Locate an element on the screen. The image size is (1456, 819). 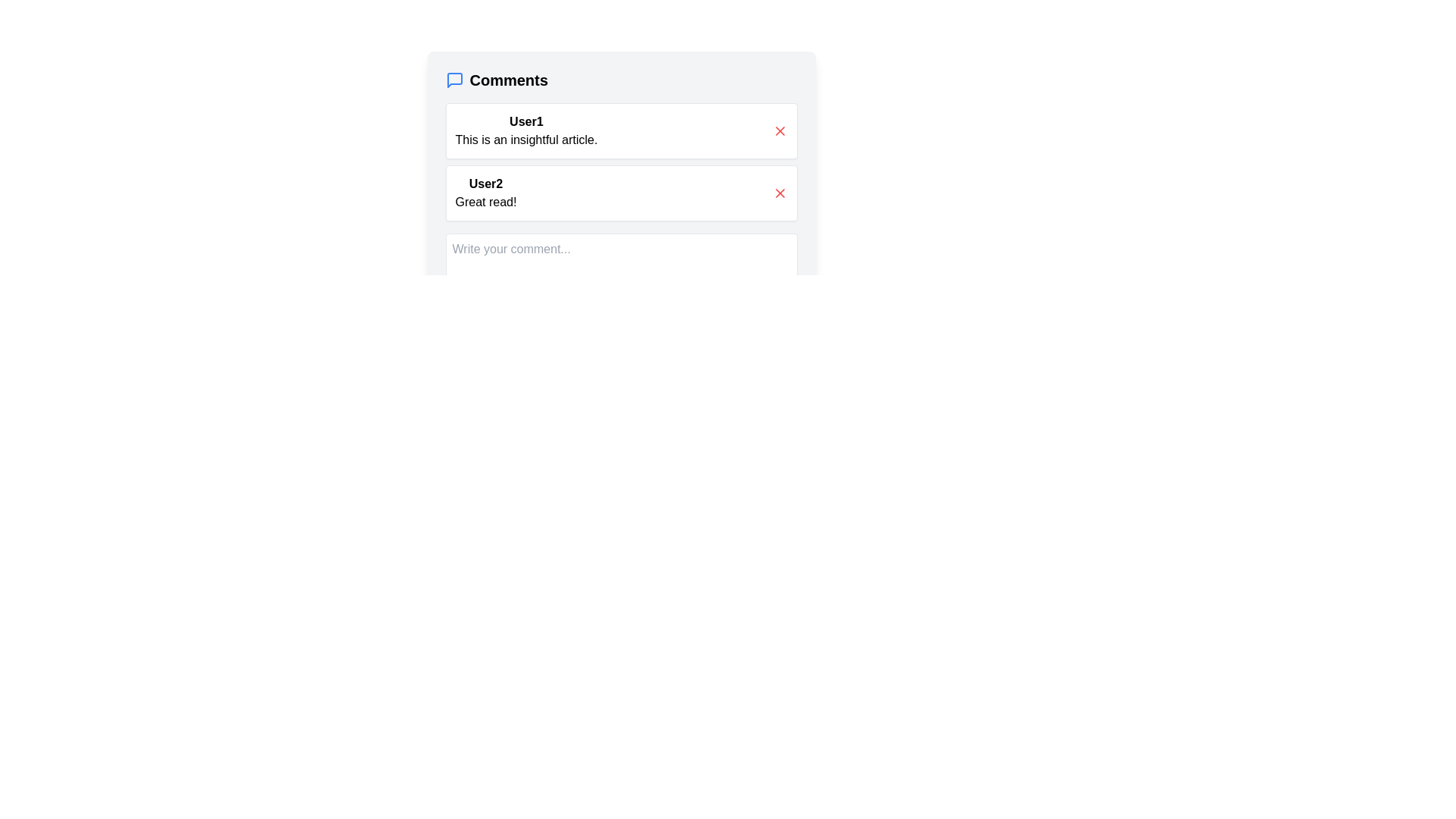
the delete button icon located on the far right of User1's comment is located at coordinates (780, 130).